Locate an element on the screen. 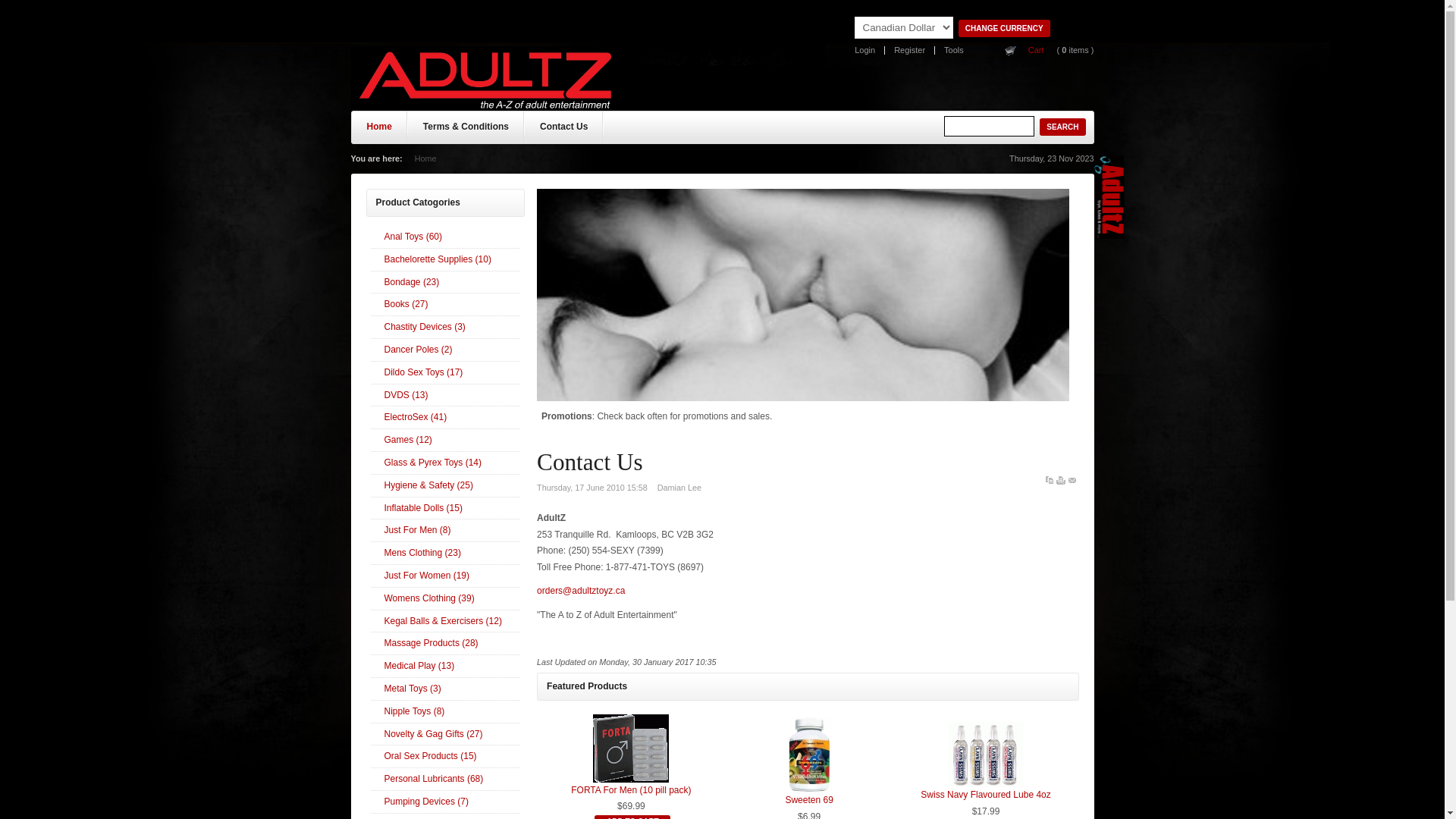 The width and height of the screenshot is (1456, 819). 'Bachelorette Supplies (10)' is located at coordinates (444, 259).